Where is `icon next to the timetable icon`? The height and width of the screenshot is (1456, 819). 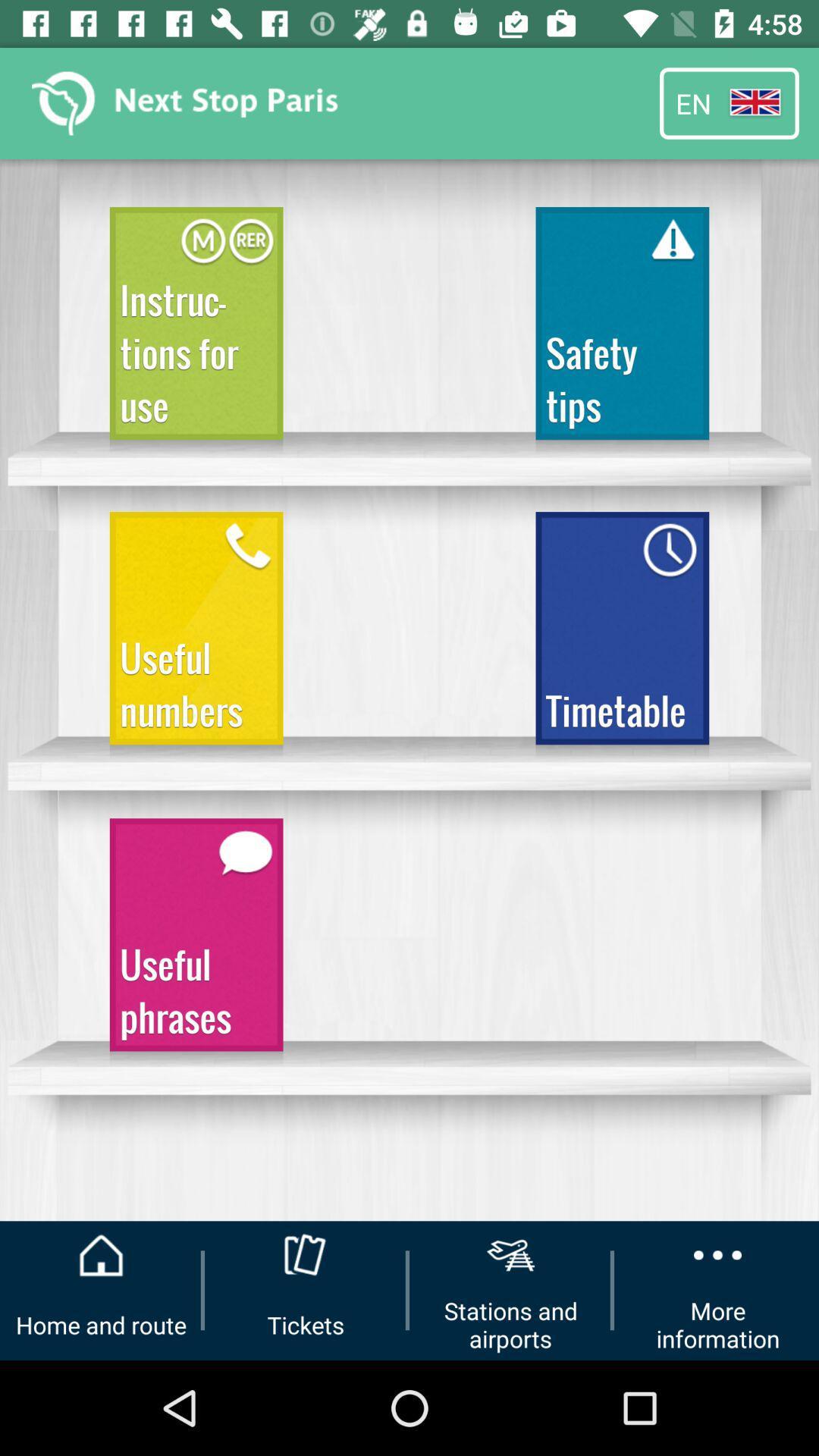
icon next to the timetable icon is located at coordinates (196, 635).